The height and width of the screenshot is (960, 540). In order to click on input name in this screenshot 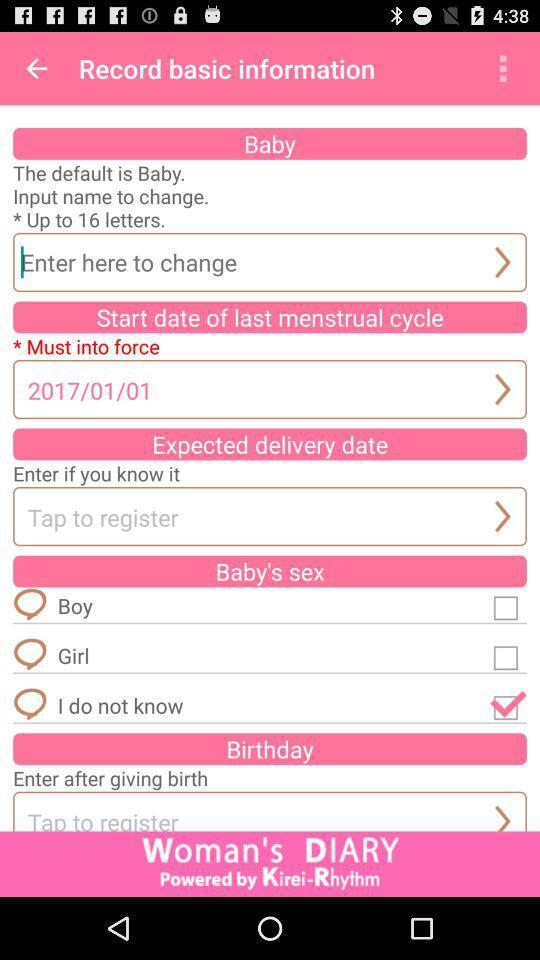, I will do `click(270, 261)`.